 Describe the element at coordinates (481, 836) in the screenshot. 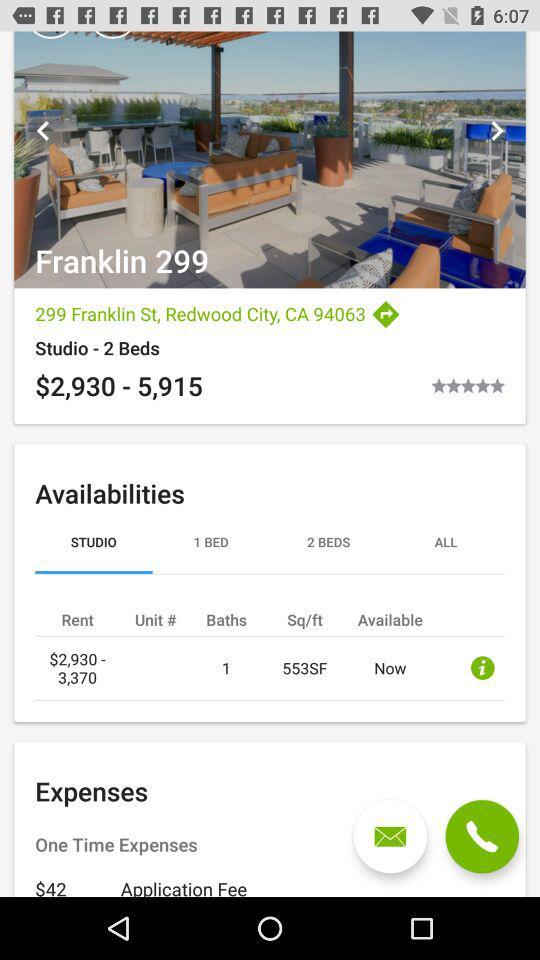

I see `the call icon` at that location.